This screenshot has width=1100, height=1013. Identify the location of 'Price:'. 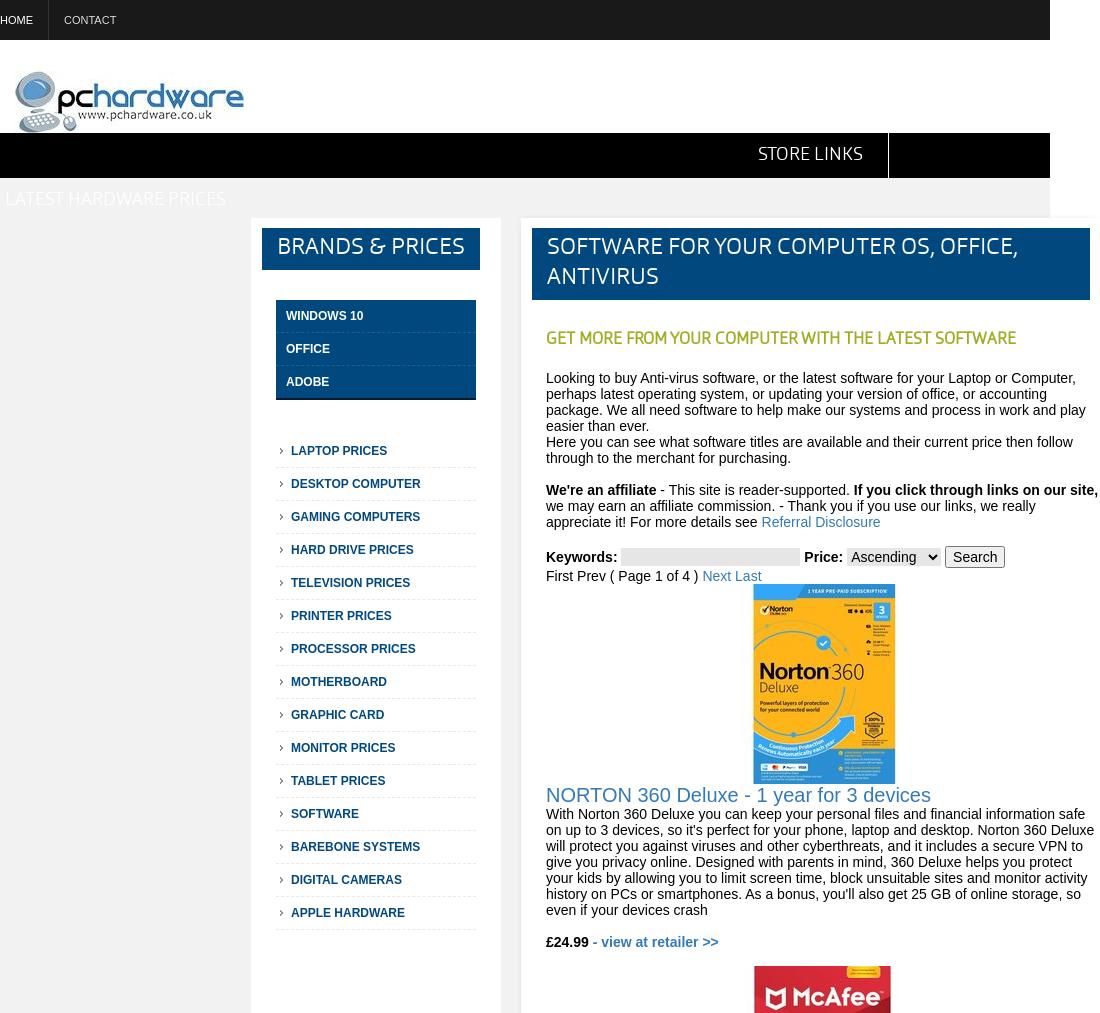
(823, 557).